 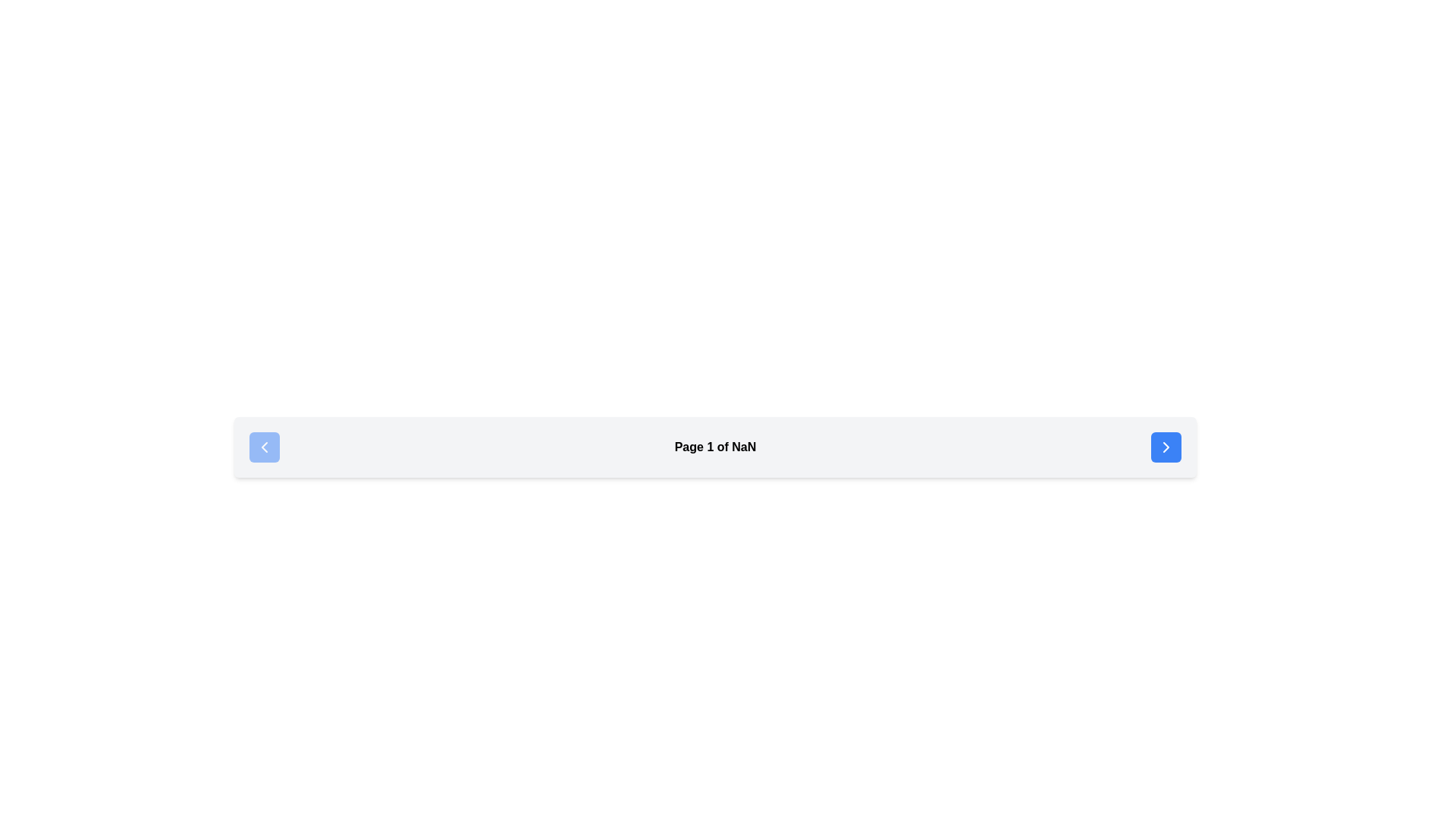 I want to click on the left chevron icon inside the blue circular button located at the left end of the navigation bar, so click(x=265, y=447).